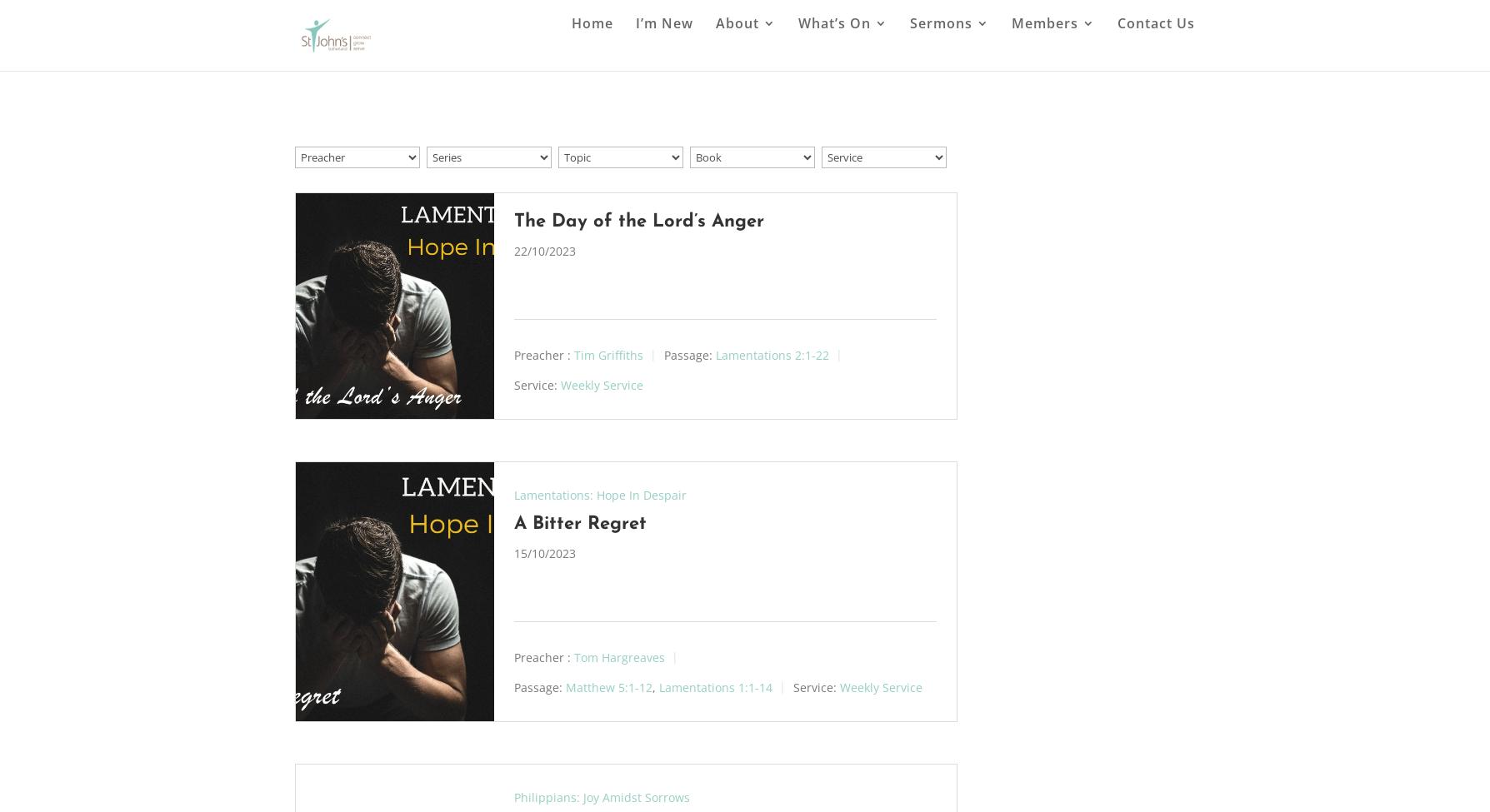  What do you see at coordinates (1101, 208) in the screenshot?
I see `'Members Portal (Jethro)'` at bounding box center [1101, 208].